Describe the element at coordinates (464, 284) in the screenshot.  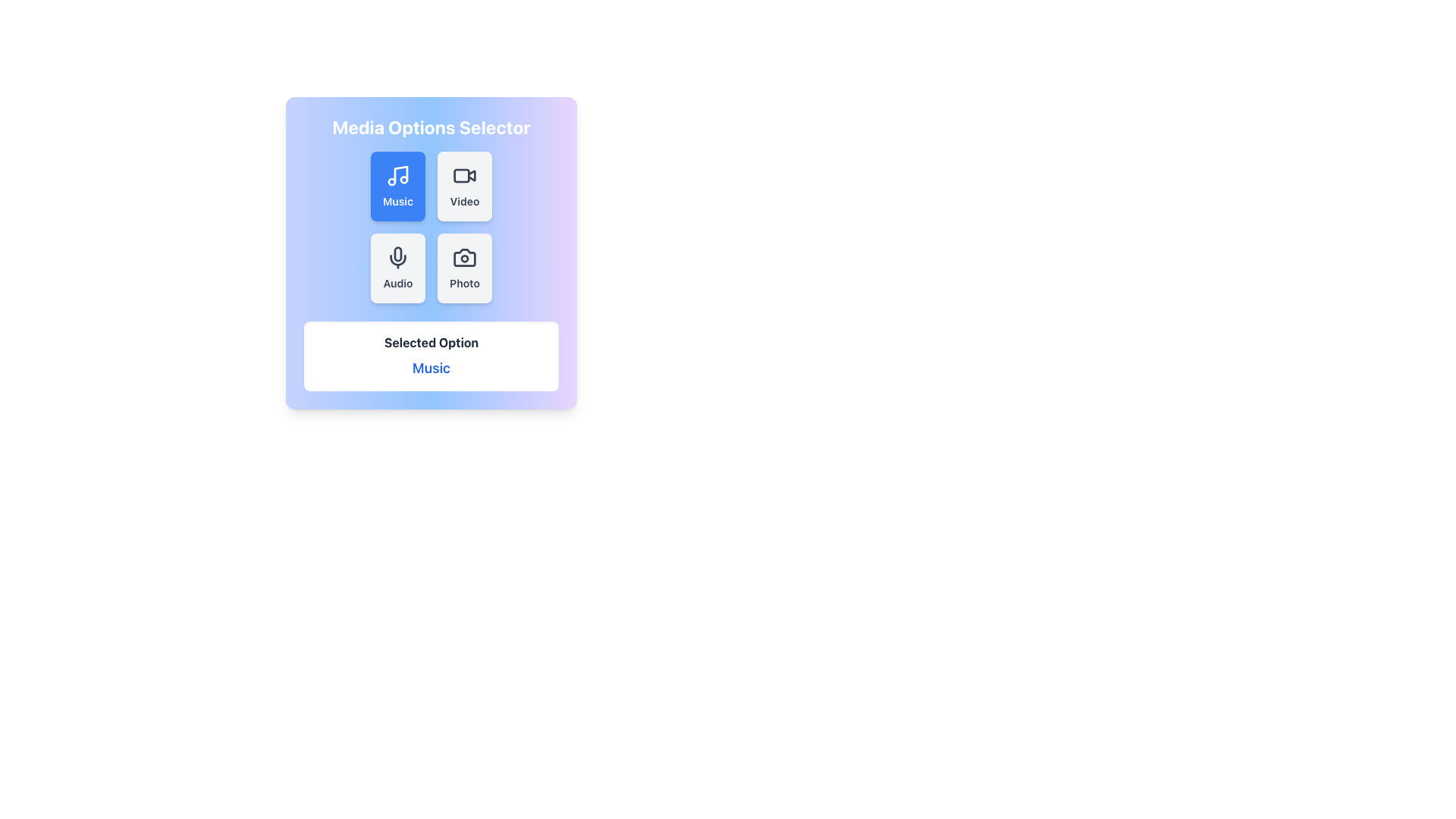
I see `the bottom text label of the button in the 'Media Options Selector' card, which indicates the option associated with photo-related features` at that location.